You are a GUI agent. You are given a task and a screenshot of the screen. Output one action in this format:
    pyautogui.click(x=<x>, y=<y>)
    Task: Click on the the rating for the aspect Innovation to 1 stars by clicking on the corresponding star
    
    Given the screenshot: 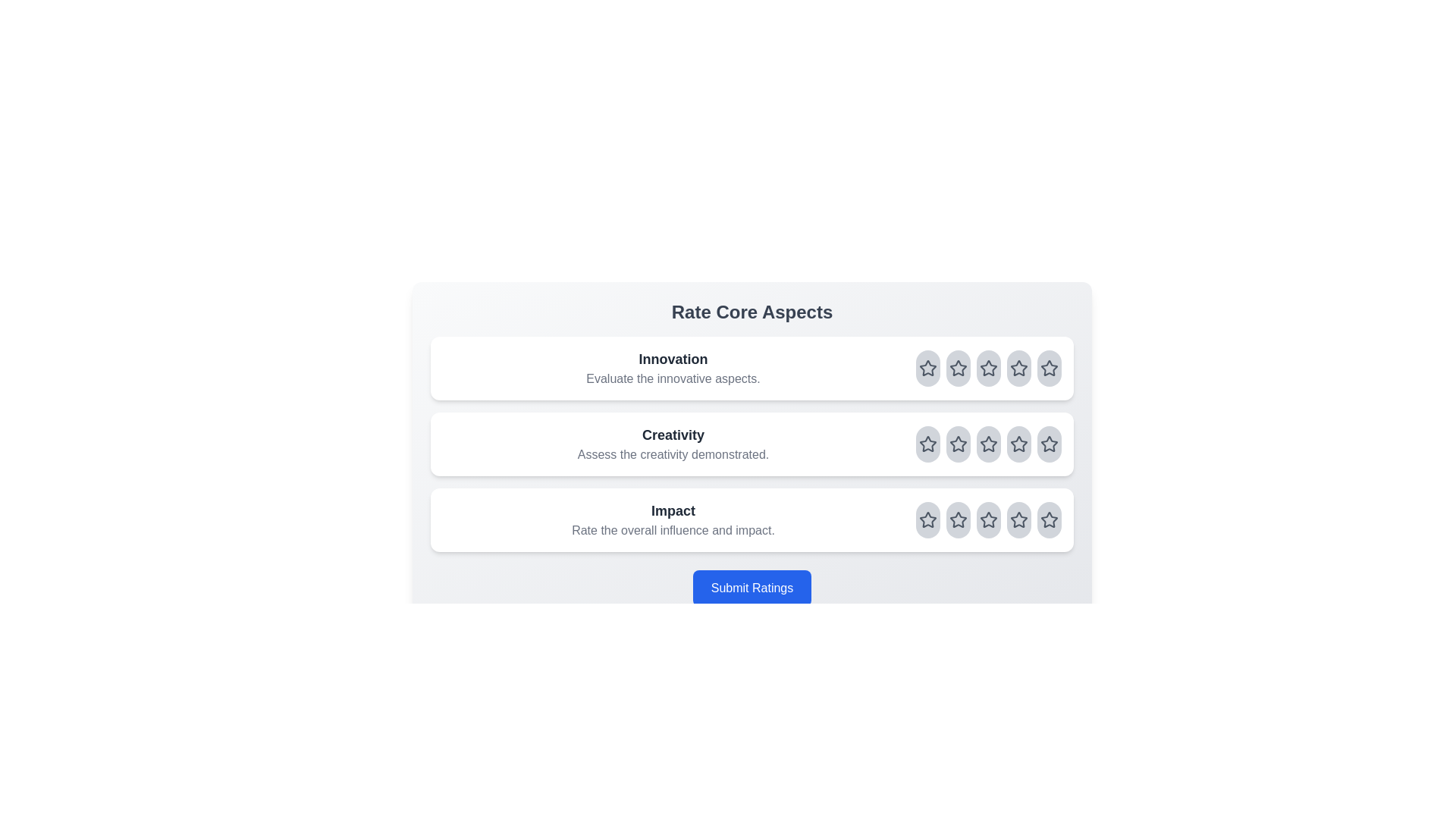 What is the action you would take?
    pyautogui.click(x=927, y=369)
    